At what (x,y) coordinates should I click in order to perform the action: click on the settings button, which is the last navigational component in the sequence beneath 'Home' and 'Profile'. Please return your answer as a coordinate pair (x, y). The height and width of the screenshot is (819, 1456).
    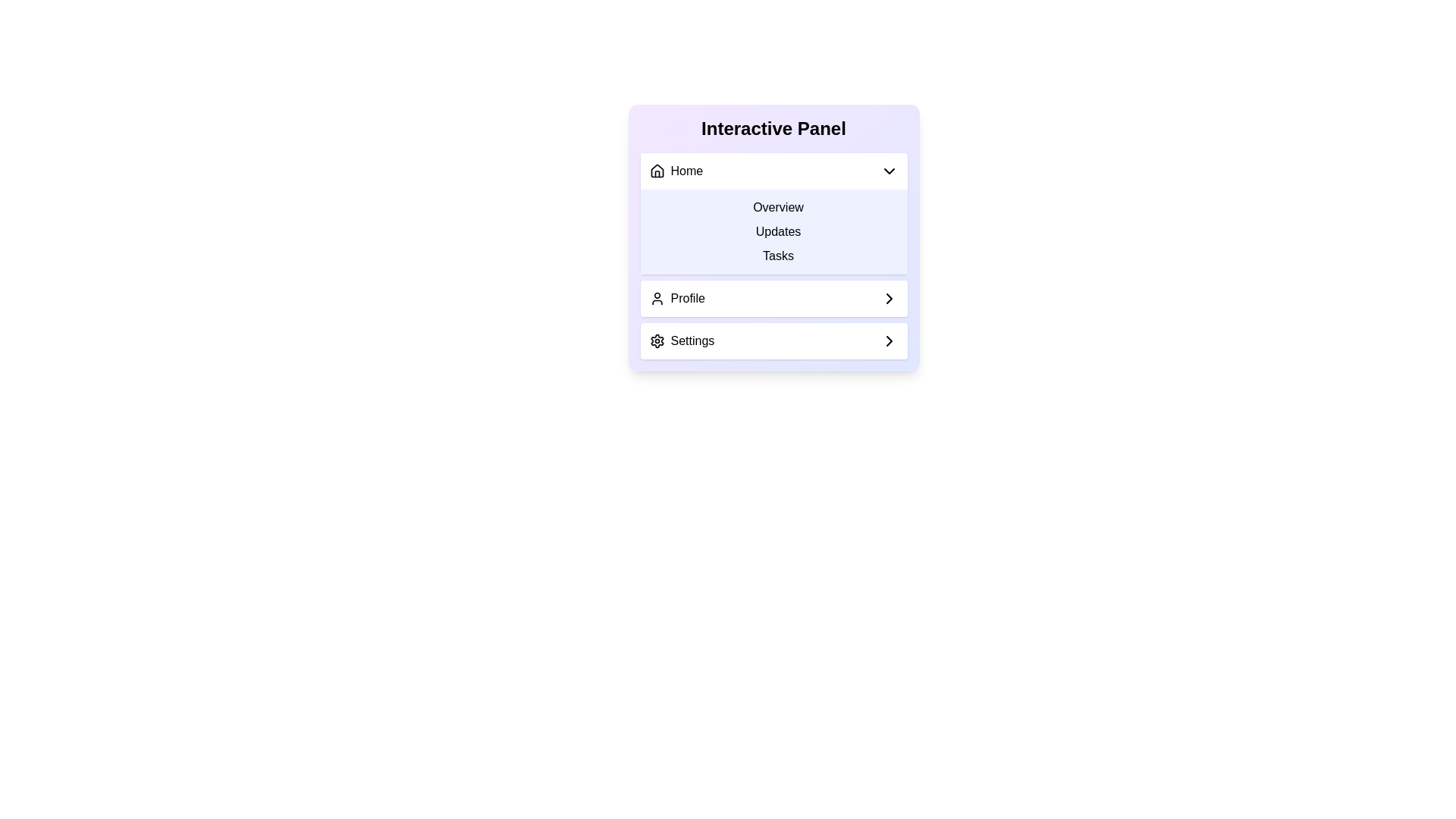
    Looking at the image, I should click on (773, 341).